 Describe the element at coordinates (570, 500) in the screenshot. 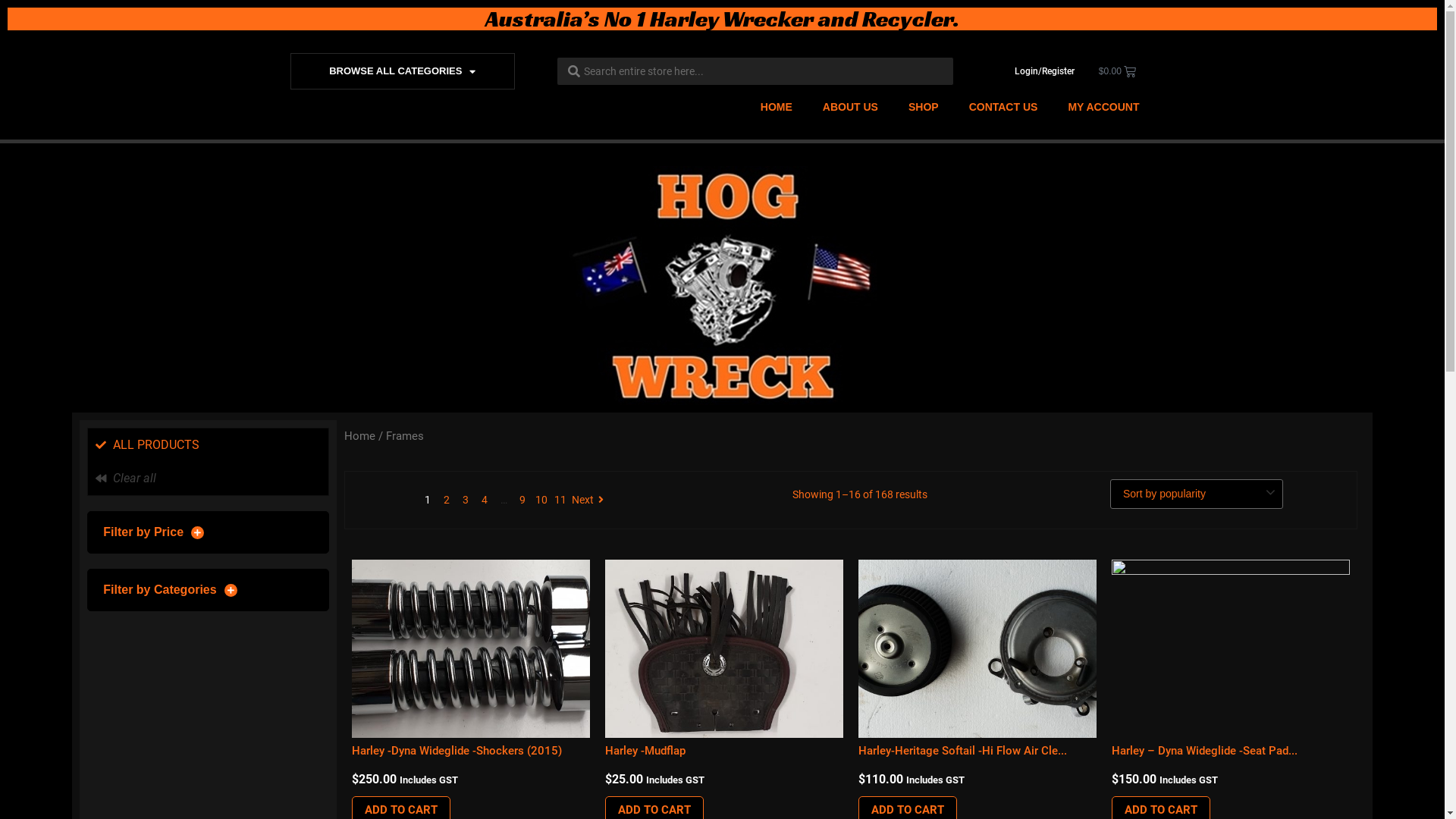

I see `'Next'` at that location.